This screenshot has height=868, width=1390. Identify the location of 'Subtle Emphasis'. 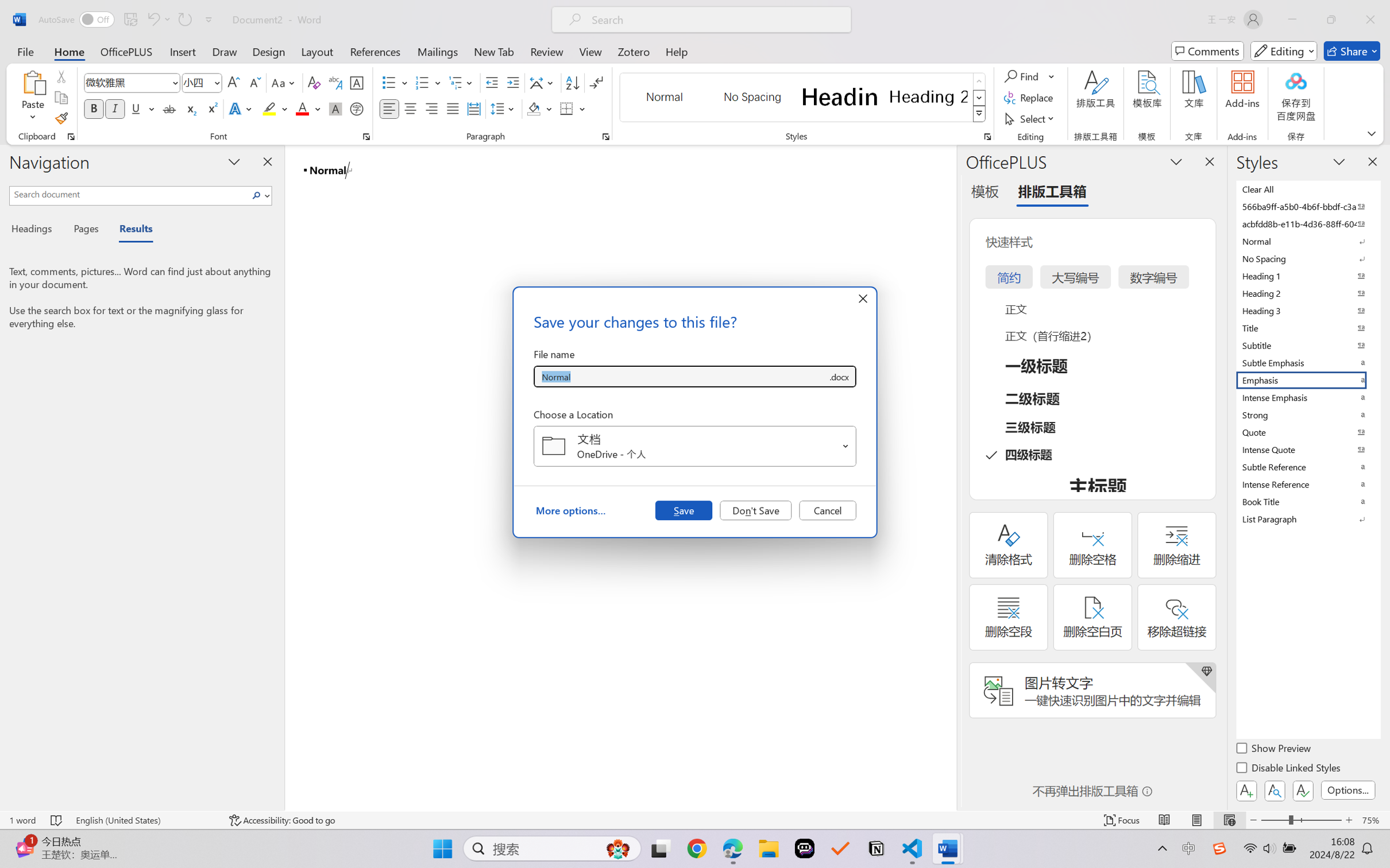
(1307, 362).